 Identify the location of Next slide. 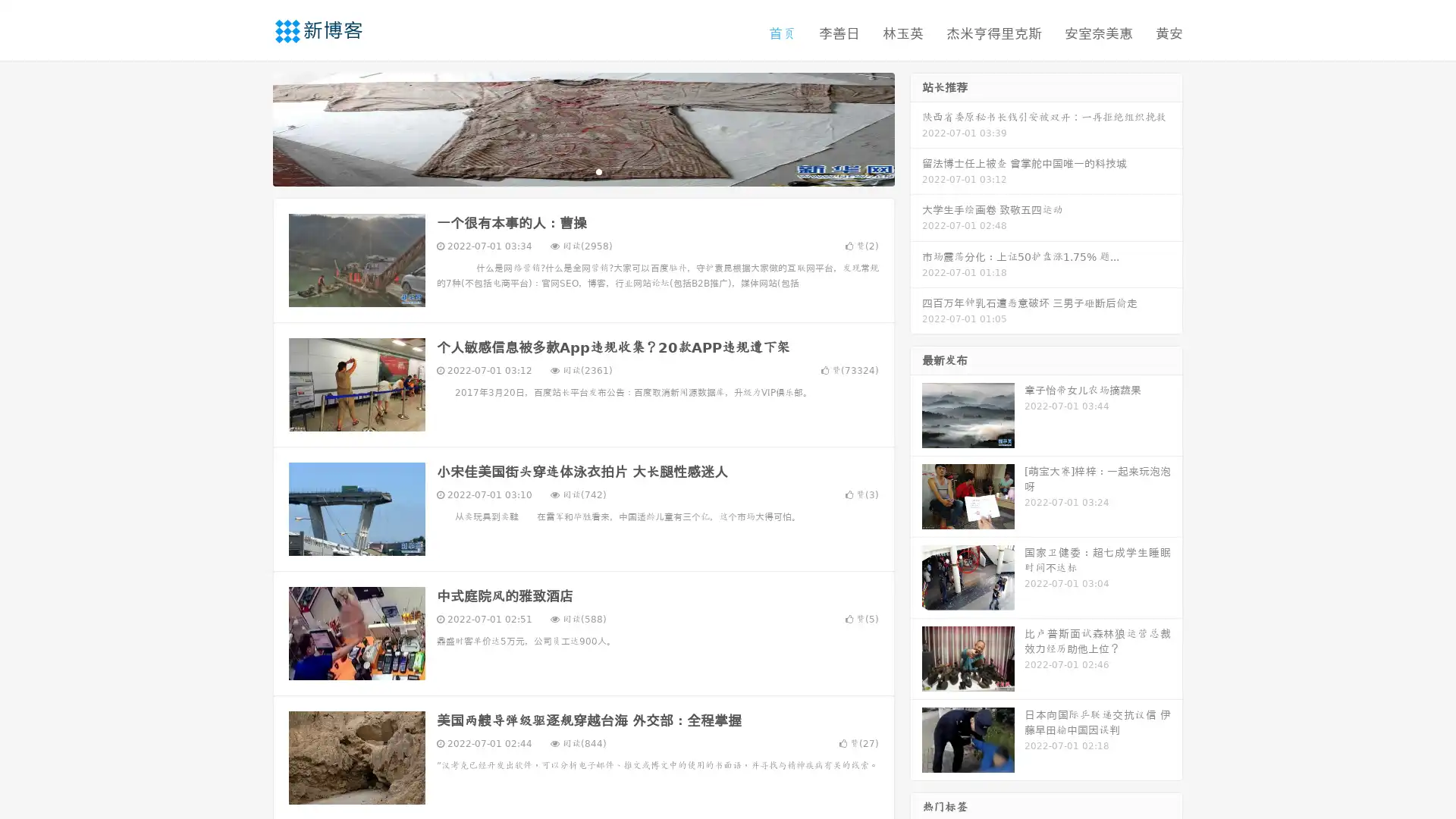
(916, 127).